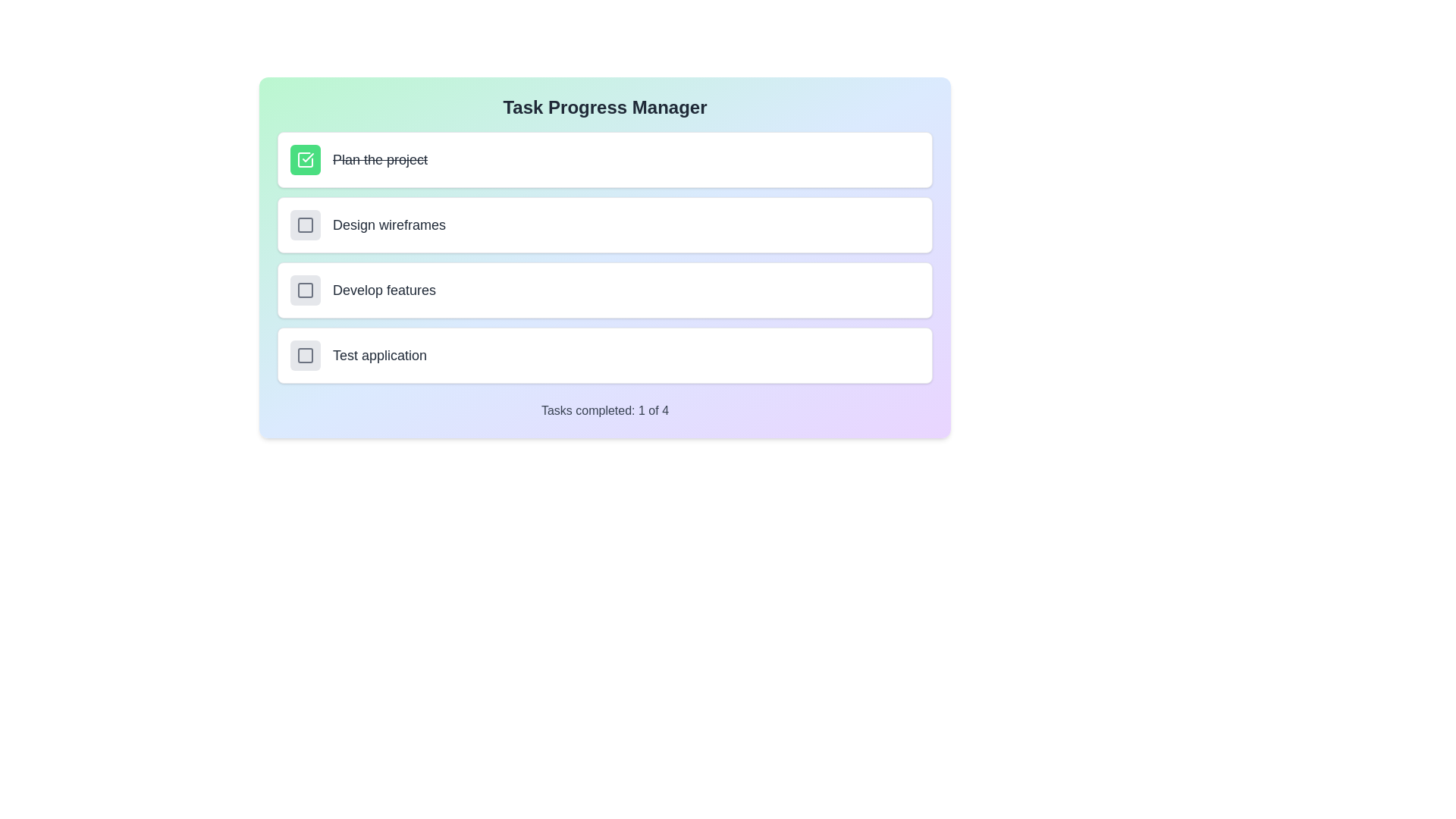 This screenshot has height=819, width=1456. Describe the element at coordinates (389, 225) in the screenshot. I see `the static text label displaying 'Design wireframes', which is styled with a medium-sized font and dark gray color, located to the right of a checkbox-like icon in the second list item` at that location.